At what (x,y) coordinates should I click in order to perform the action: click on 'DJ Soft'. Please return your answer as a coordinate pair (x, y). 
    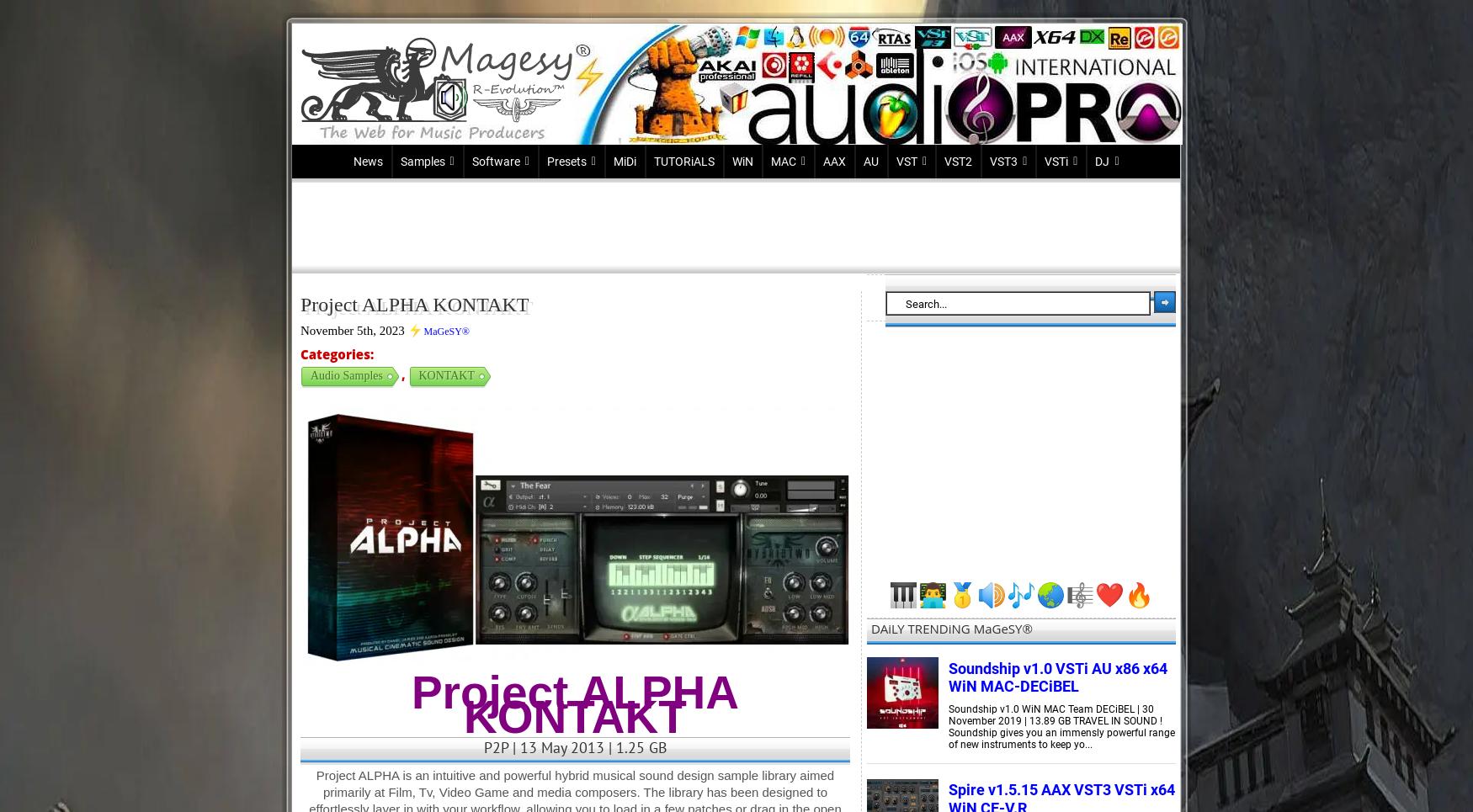
    Looking at the image, I should click on (1114, 191).